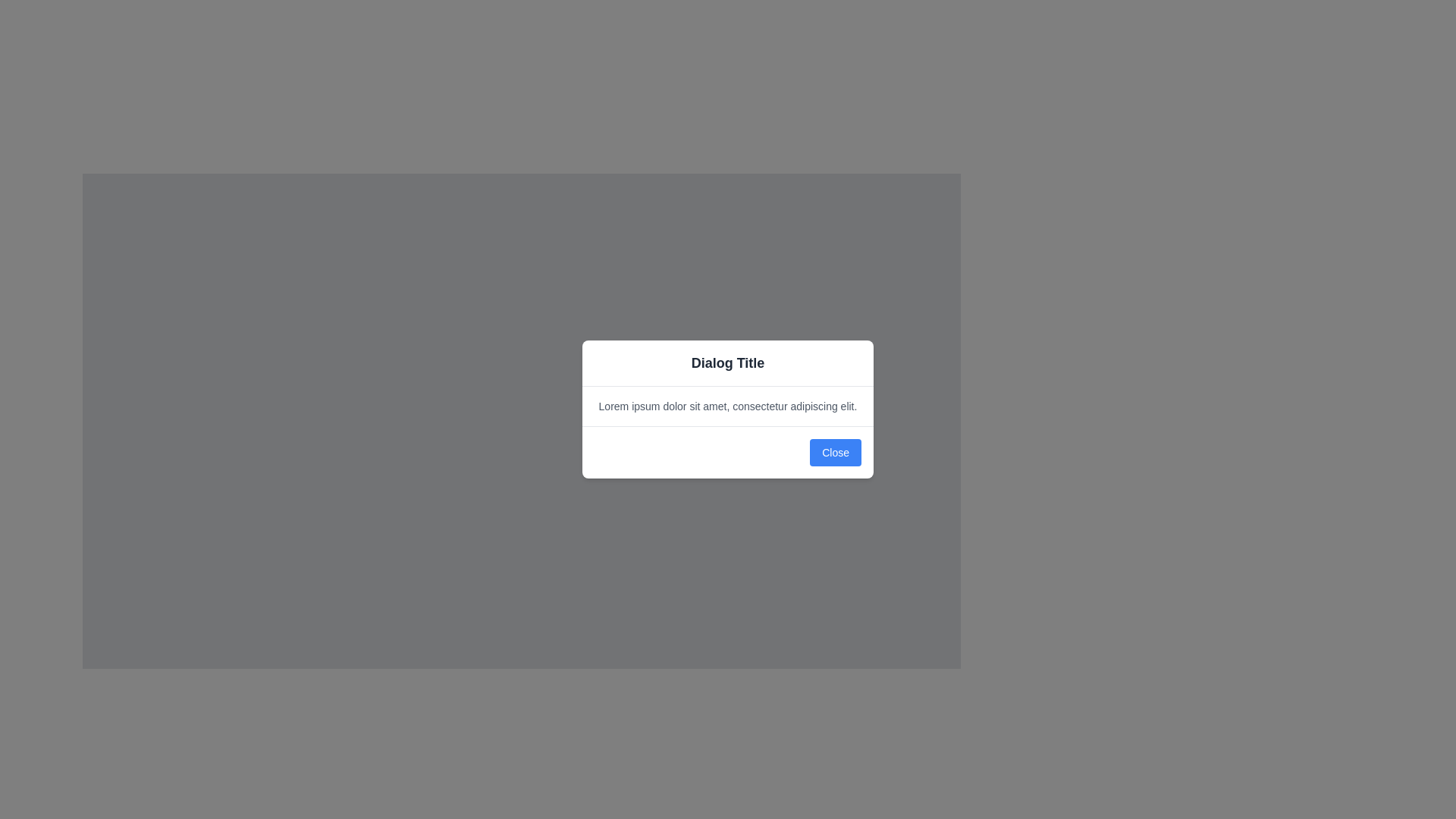 Image resolution: width=1456 pixels, height=819 pixels. Describe the element at coordinates (728, 362) in the screenshot. I see `the title text display at the top of the dialog box, which serves as a clear description of the modal's purpose` at that location.